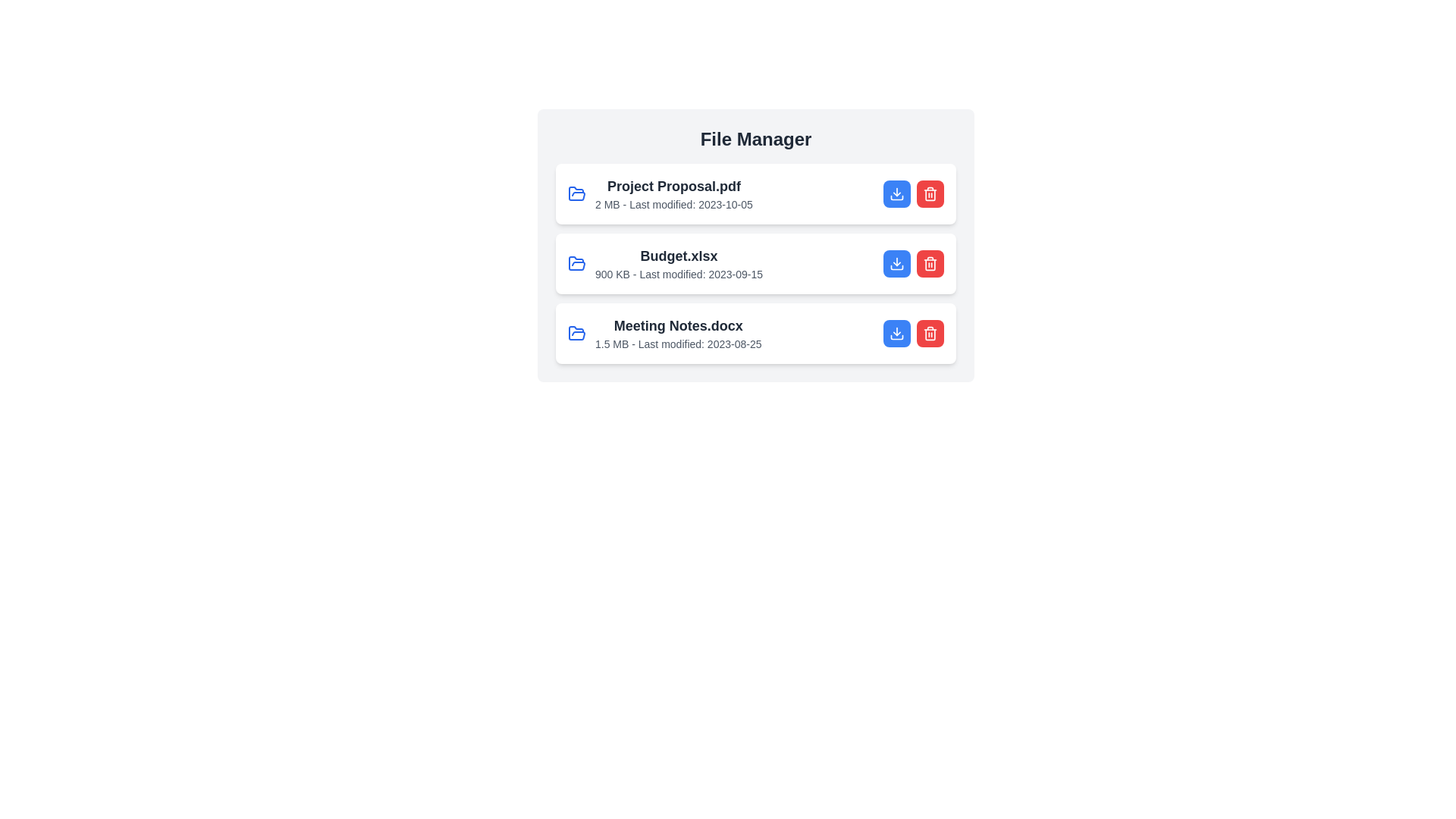 The height and width of the screenshot is (819, 1456). I want to click on the file Project Proposal.pdf by clicking its corresponding delete button, so click(930, 193).